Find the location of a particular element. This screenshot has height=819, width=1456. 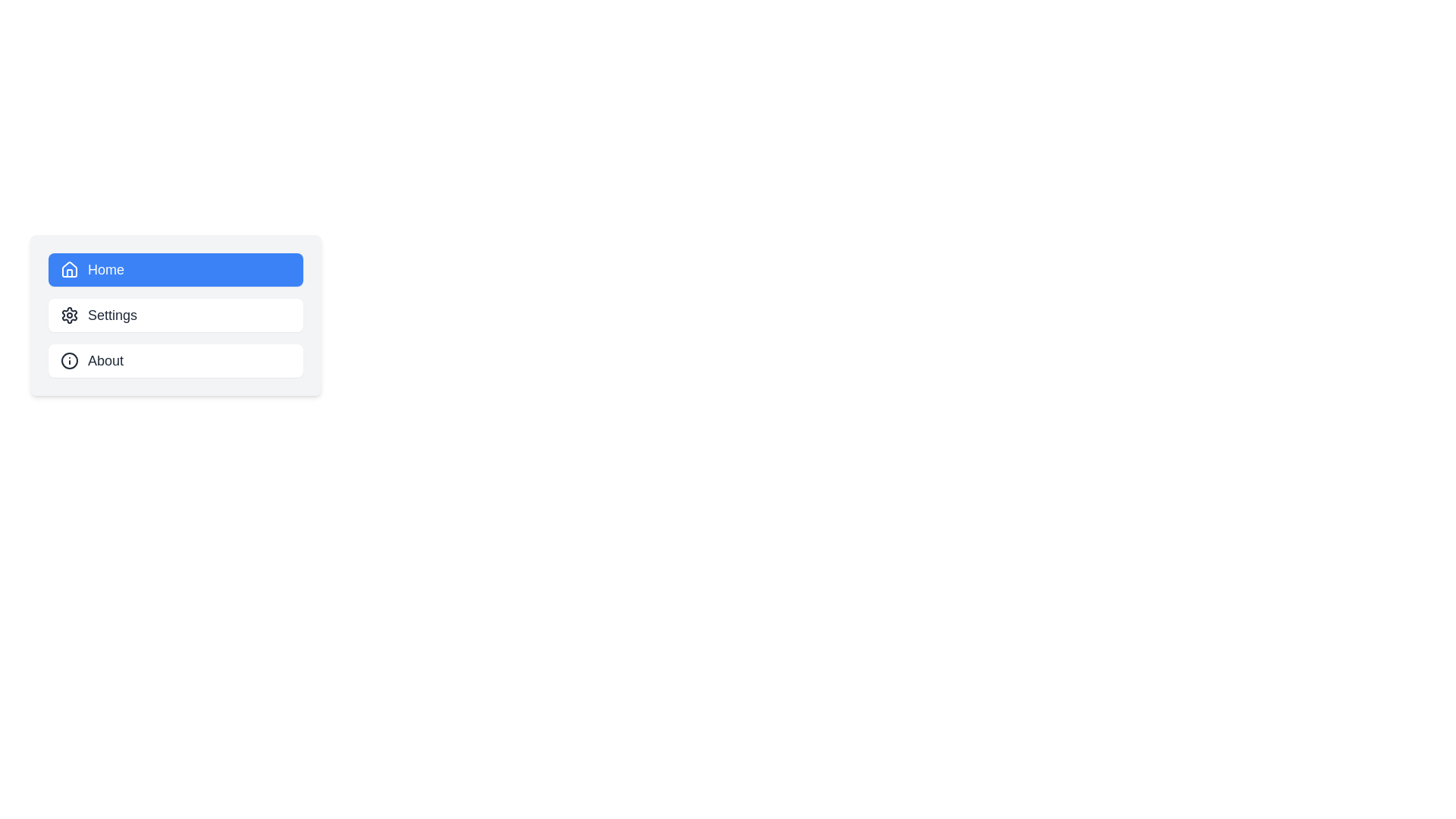

the first button in the vertical group of three buttons is located at coordinates (175, 268).